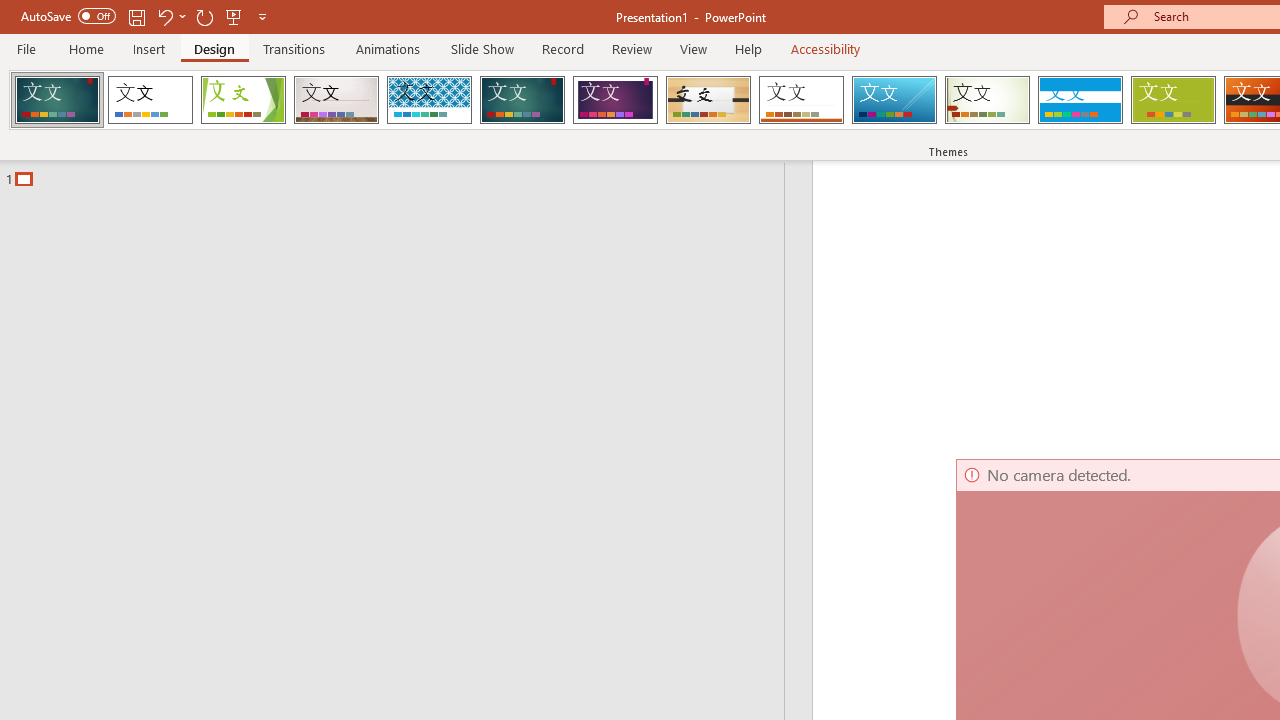 This screenshot has height=720, width=1280. Describe the element at coordinates (708, 100) in the screenshot. I see `'Organic'` at that location.